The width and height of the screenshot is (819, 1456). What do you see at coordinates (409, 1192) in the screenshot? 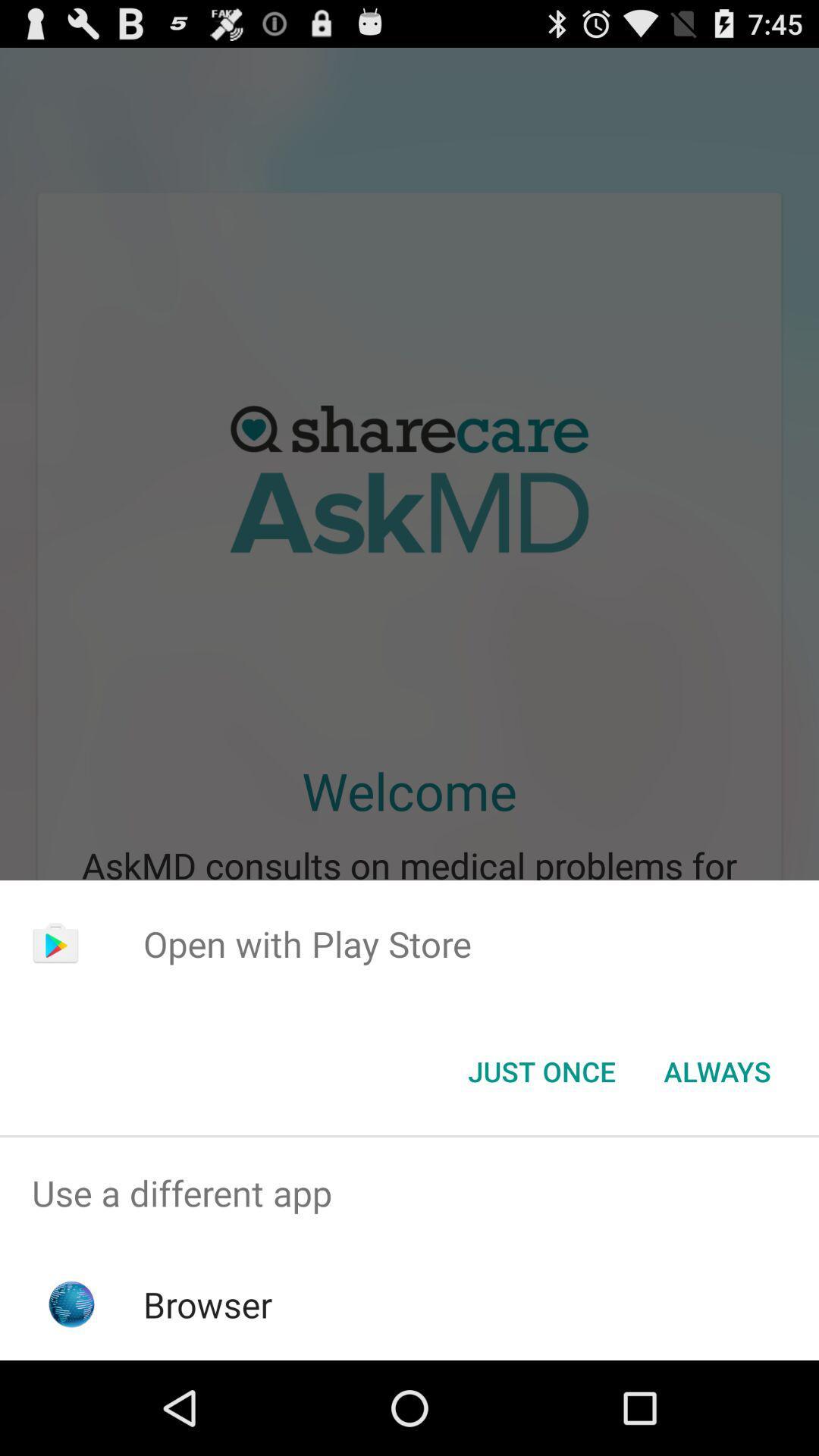
I see `use a different icon` at bounding box center [409, 1192].